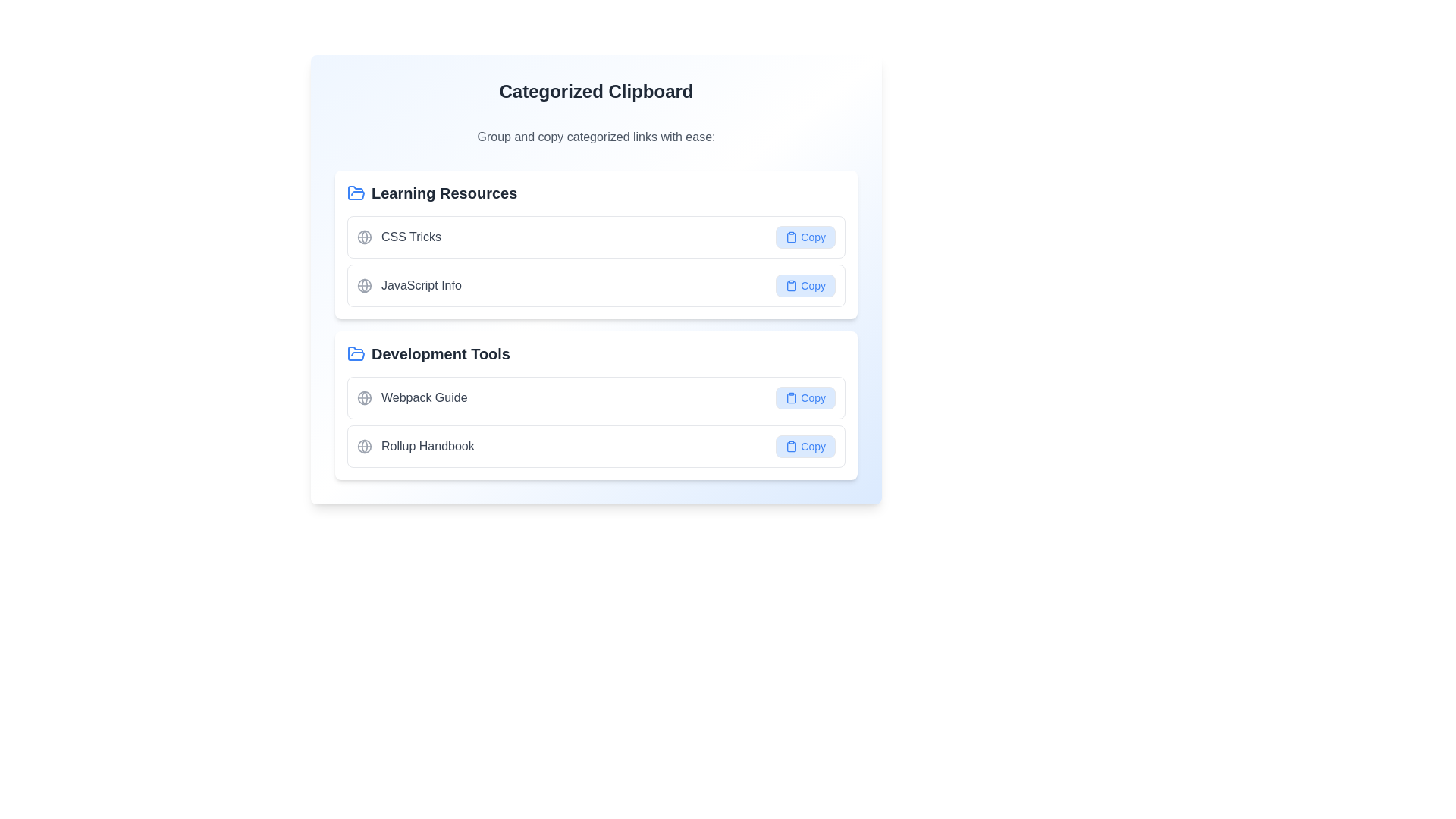 This screenshot has width=1456, height=819. I want to click on the text label identifying the section titled 'Development Tools', which is located immediately to the right of a blue folder icon, so click(440, 353).